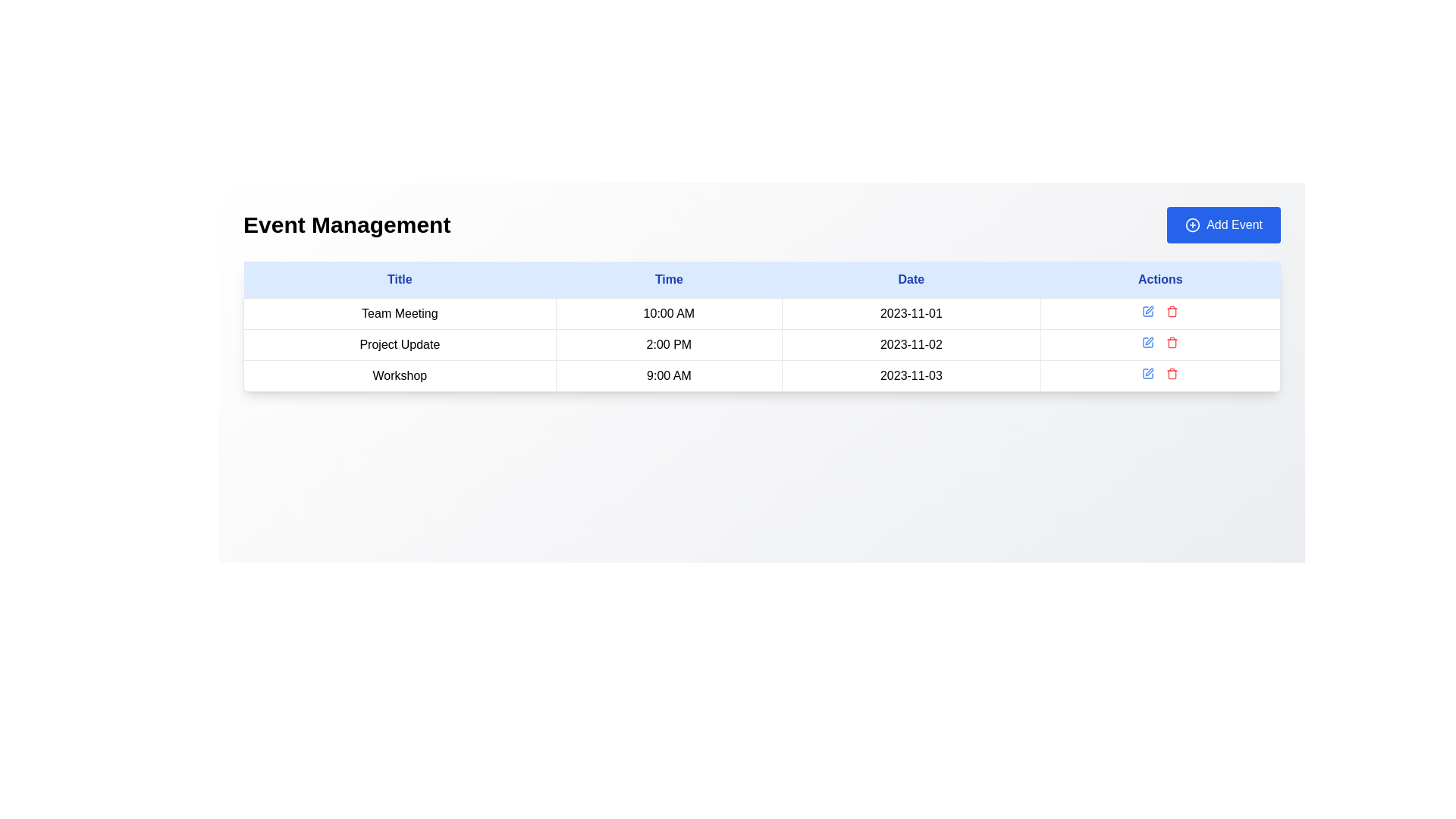 The height and width of the screenshot is (819, 1456). Describe the element at coordinates (1172, 344) in the screenshot. I see `the trash can icon located in the 'Actions' column of the second row of the table, which serves as a delete action` at that location.